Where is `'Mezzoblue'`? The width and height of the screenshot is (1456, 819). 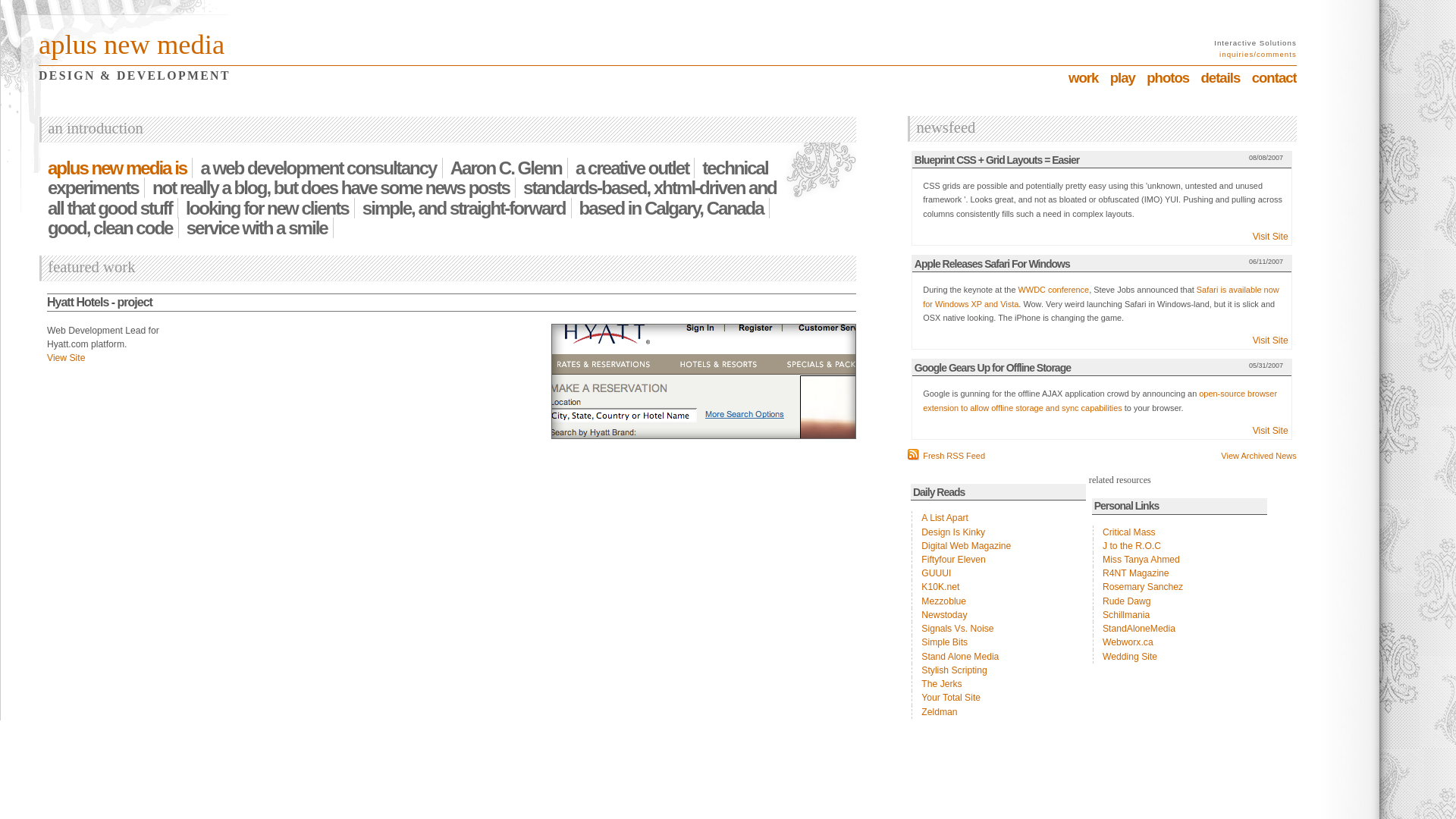 'Mezzoblue' is located at coordinates (998, 601).